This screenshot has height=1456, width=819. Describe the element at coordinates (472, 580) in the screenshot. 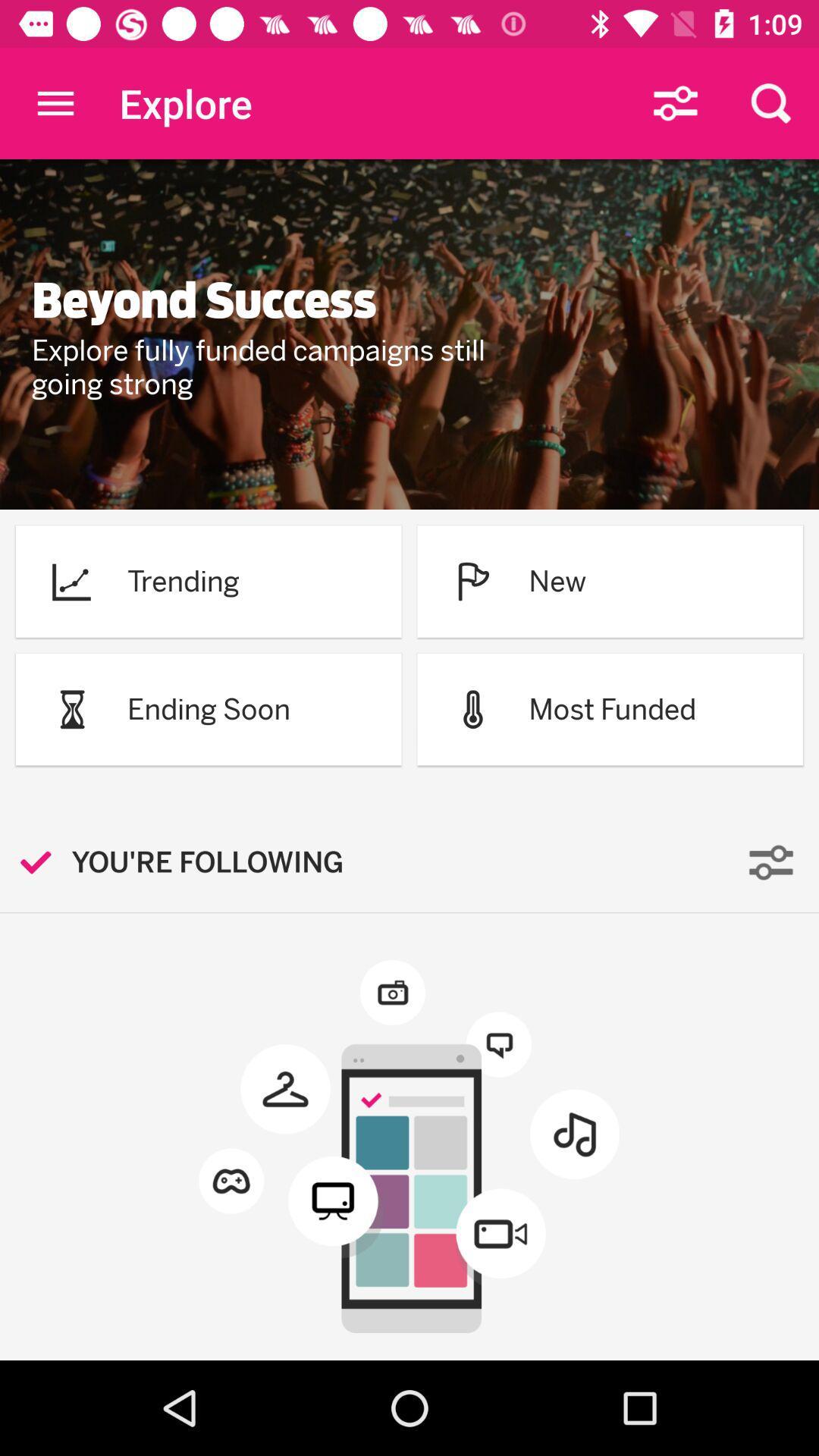

I see `item to the right of the trending icon` at that location.